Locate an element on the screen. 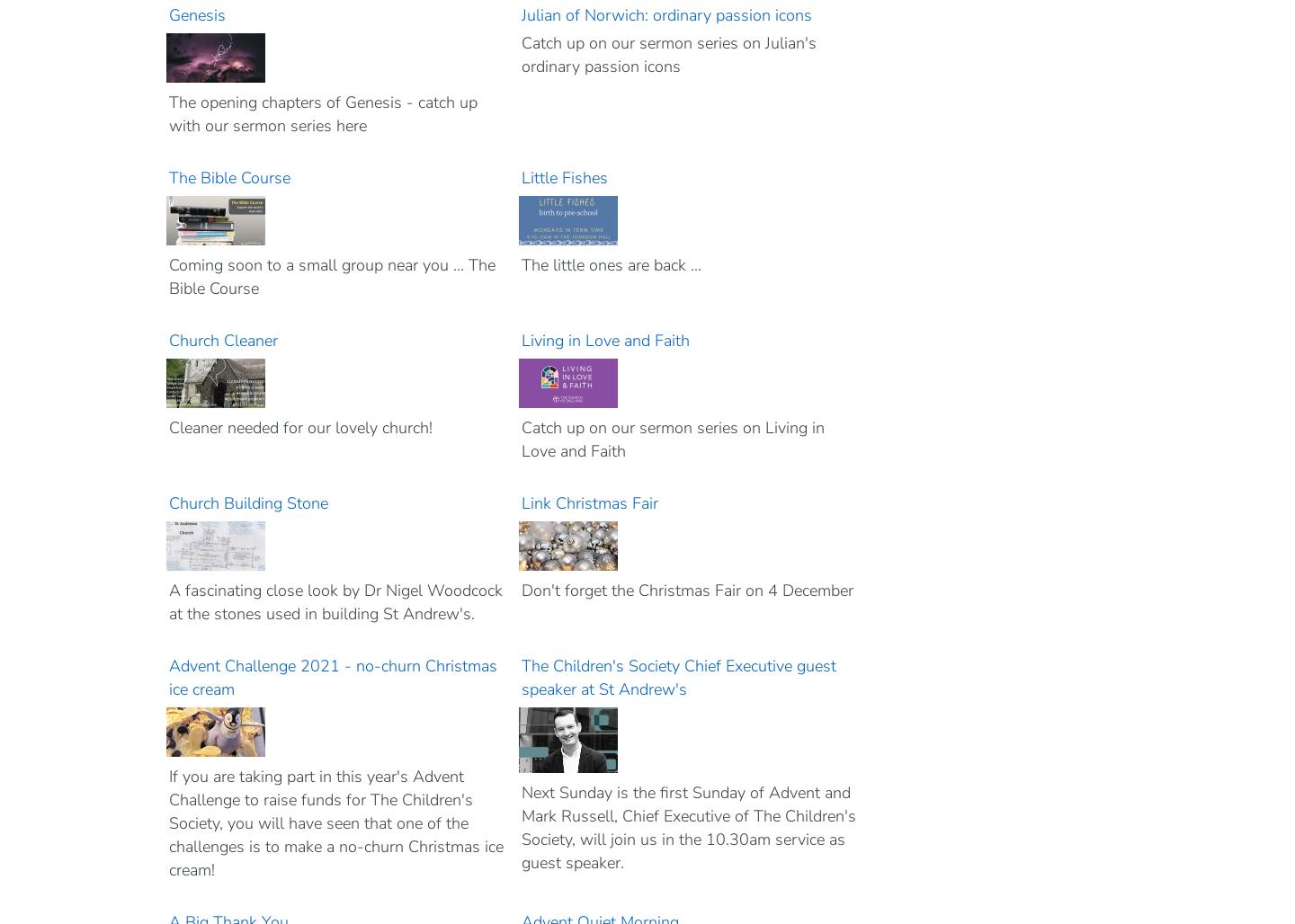 Image resolution: width=1295 pixels, height=924 pixels. 'The Children's Society Chief Executive guest speaker at St Andrew's' is located at coordinates (676, 677).